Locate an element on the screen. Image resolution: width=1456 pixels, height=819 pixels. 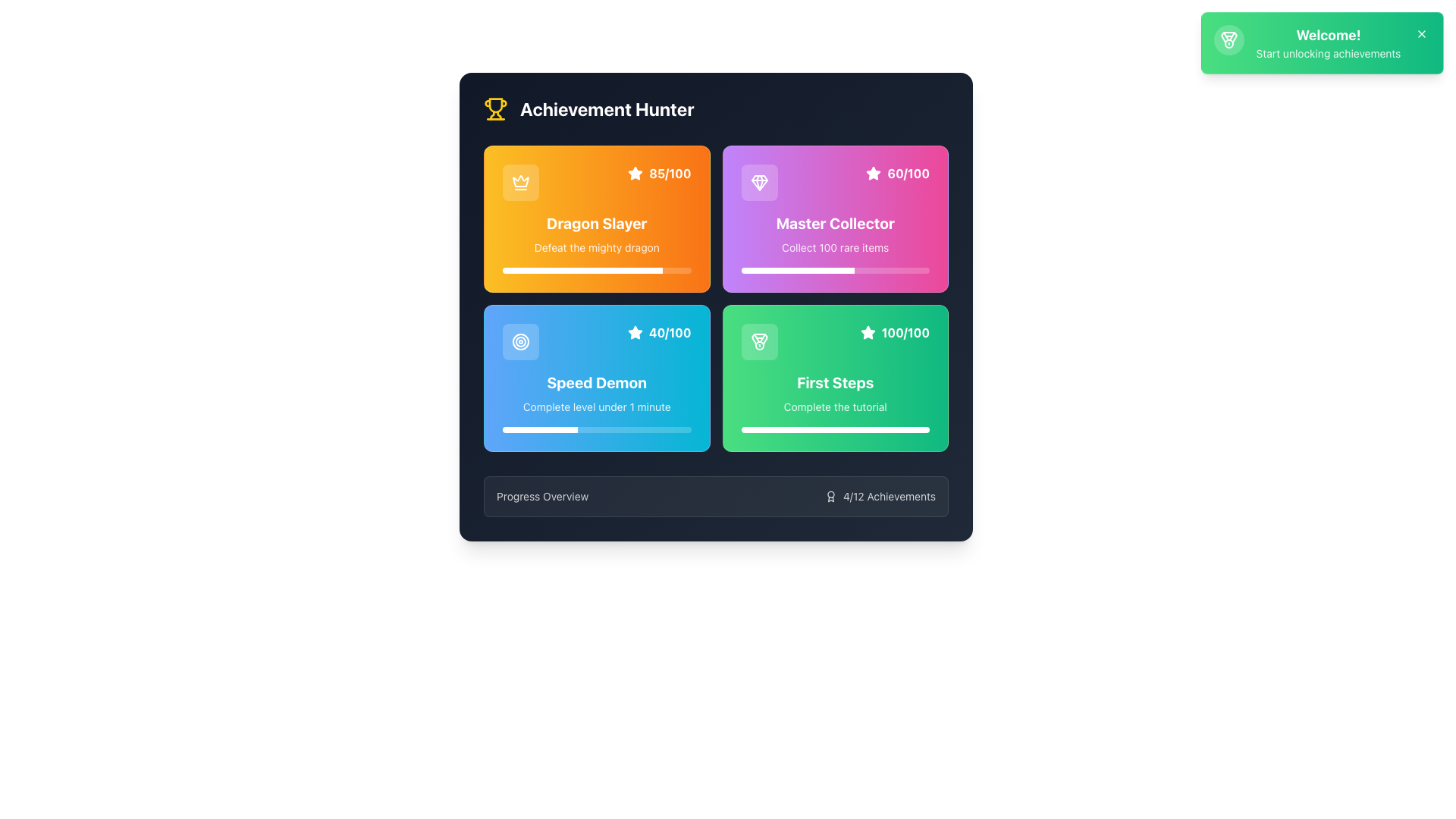
the rating or achievement marker icon located in the top-right area of the 'Master Collector' card is located at coordinates (868, 331).